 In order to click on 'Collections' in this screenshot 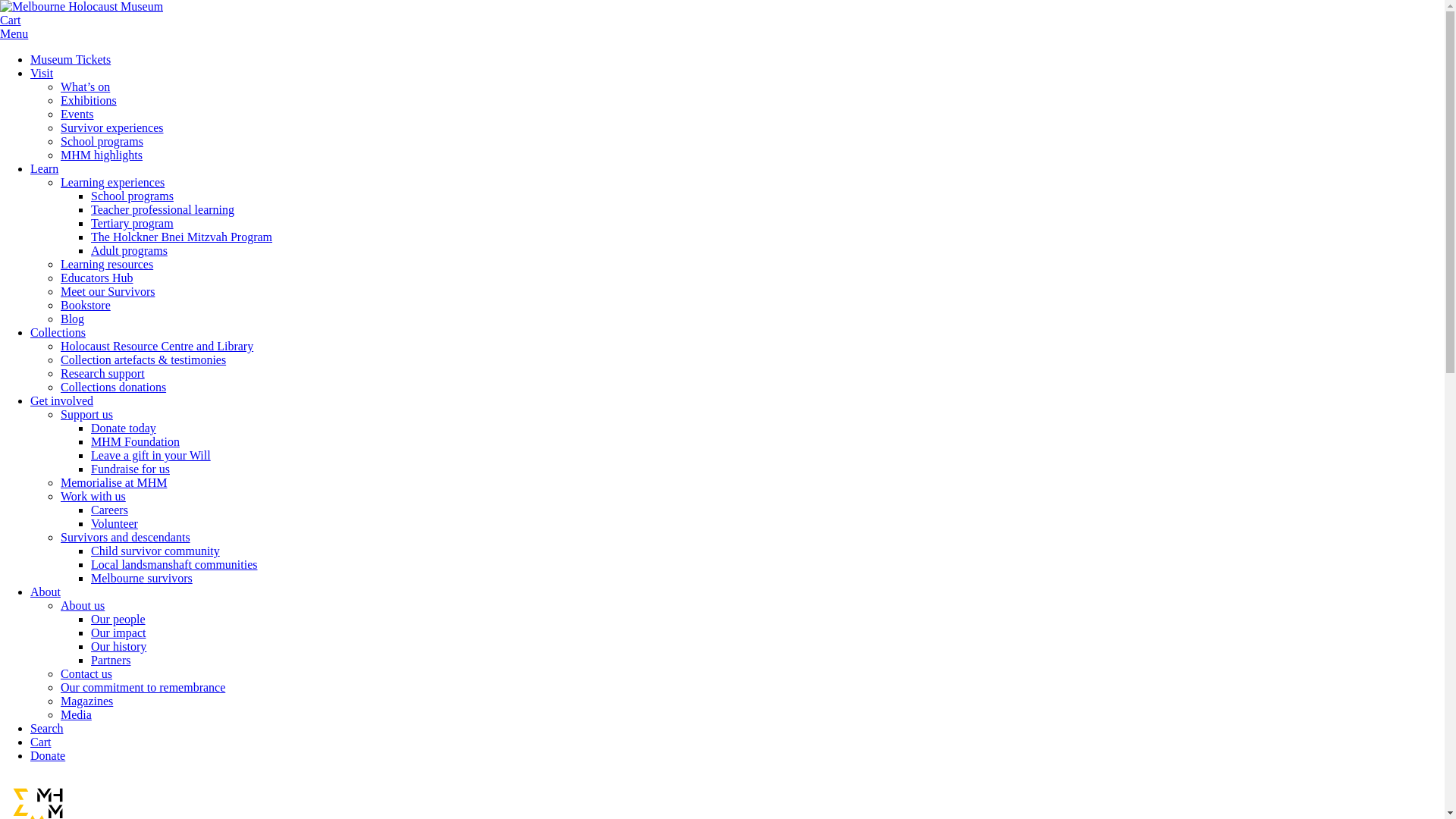, I will do `click(30, 331)`.